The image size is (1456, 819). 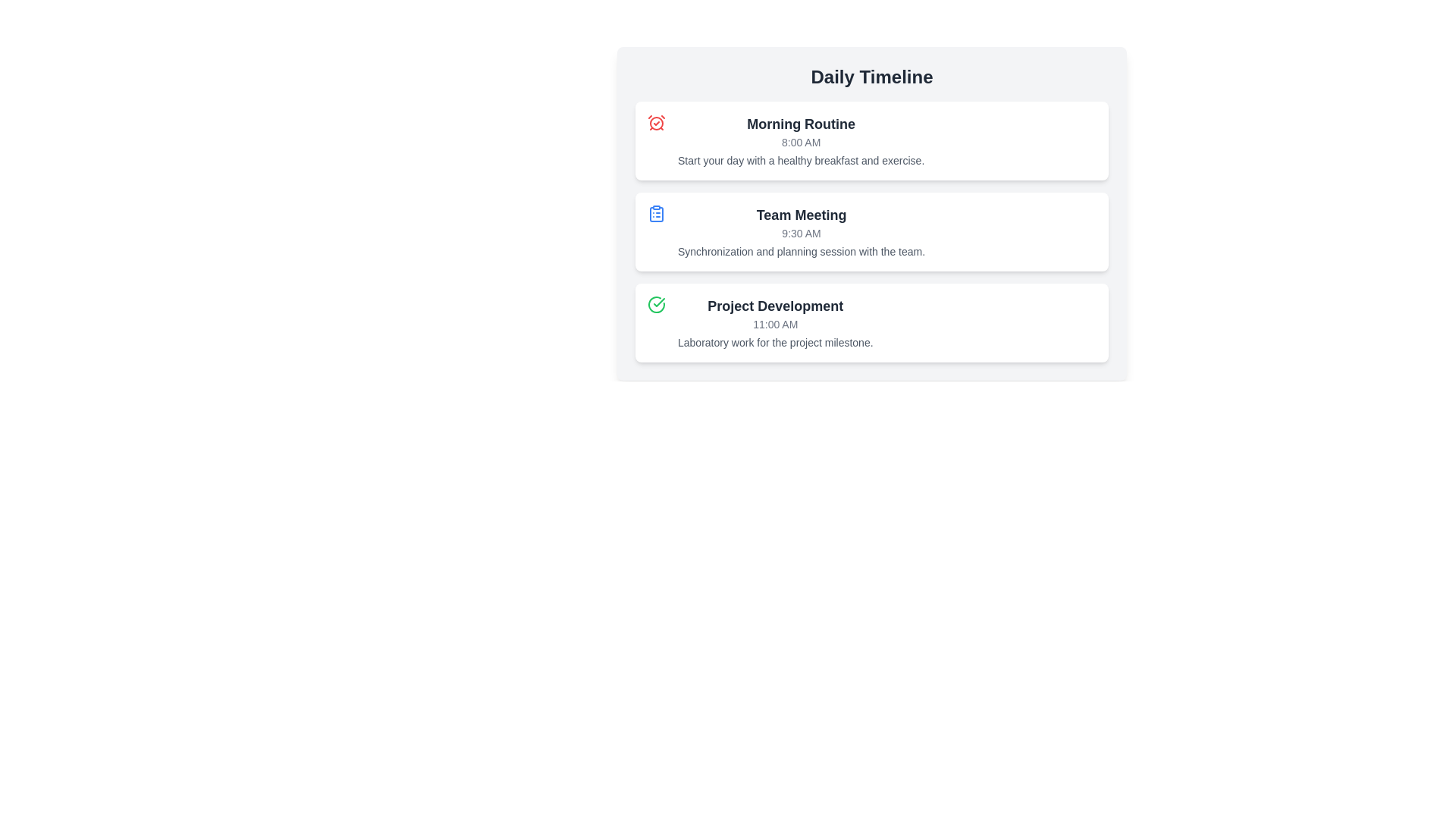 What do you see at coordinates (872, 140) in the screenshot?
I see `the first card in the Daily Timeline section, which features a white background, rounded corners, a red alarm clock icon, bold text 'Morning Routine', and a smaller description 'Start your day with a healthy breakfast and exercise.'` at bounding box center [872, 140].